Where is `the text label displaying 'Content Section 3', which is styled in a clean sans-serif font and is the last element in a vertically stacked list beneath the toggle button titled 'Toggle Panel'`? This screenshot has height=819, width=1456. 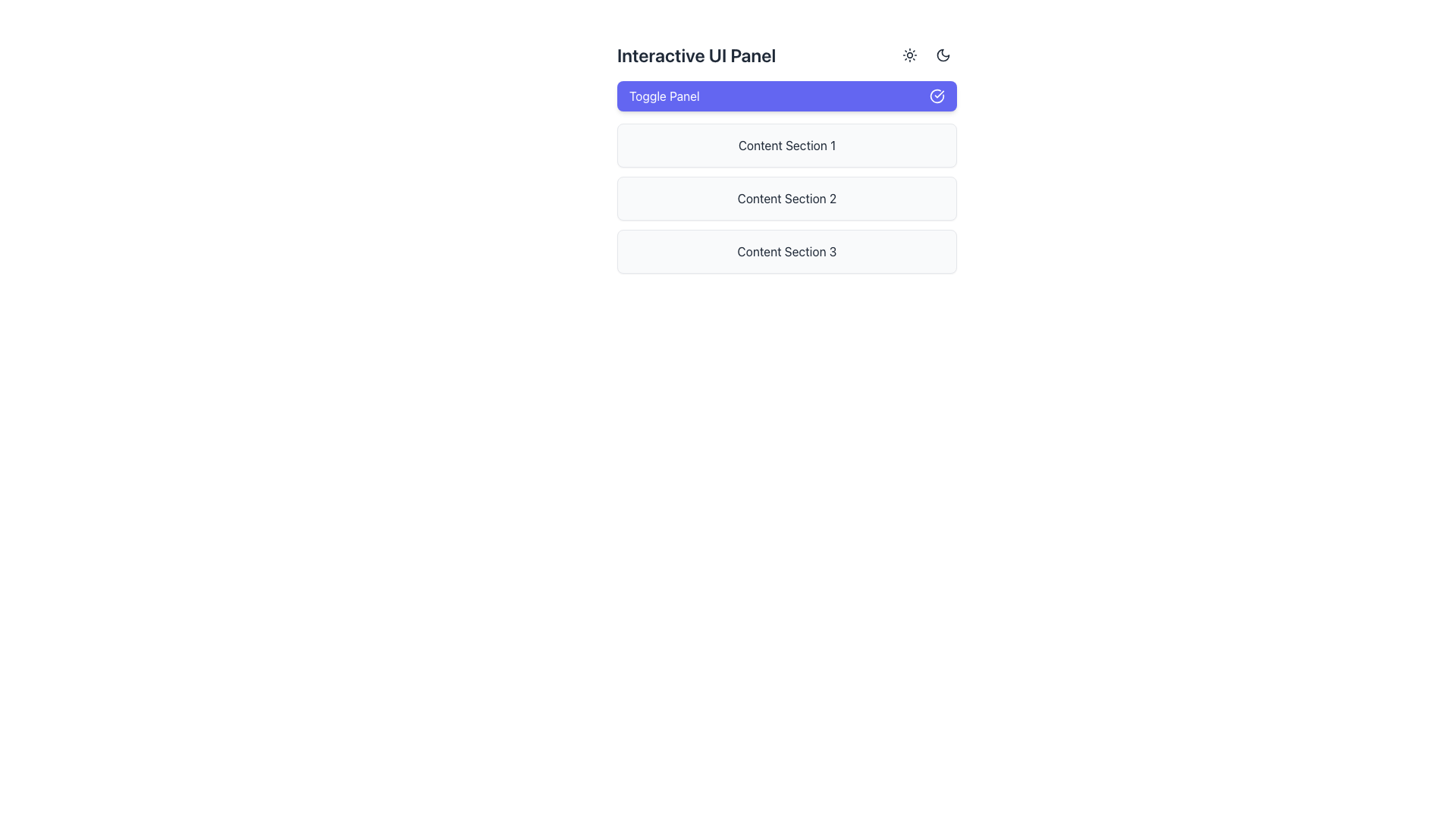 the text label displaying 'Content Section 3', which is styled in a clean sans-serif font and is the last element in a vertically stacked list beneath the toggle button titled 'Toggle Panel' is located at coordinates (786, 250).